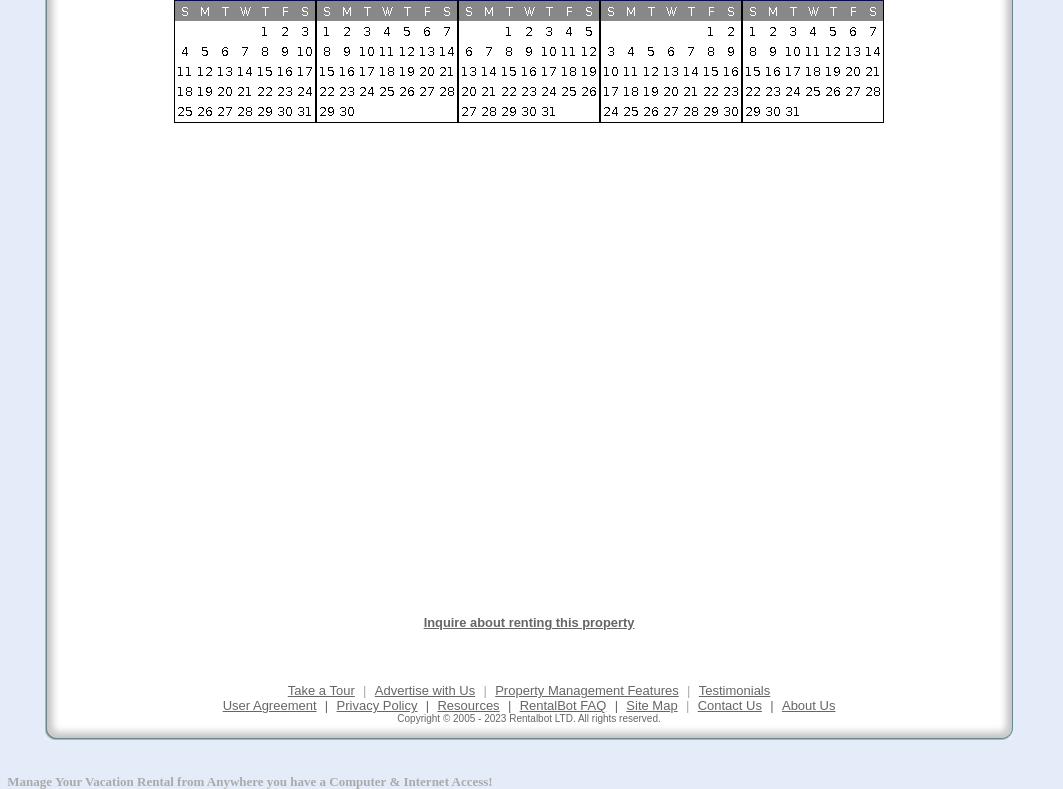  What do you see at coordinates (422, 621) in the screenshot?
I see `'Inquire about renting this property'` at bounding box center [422, 621].